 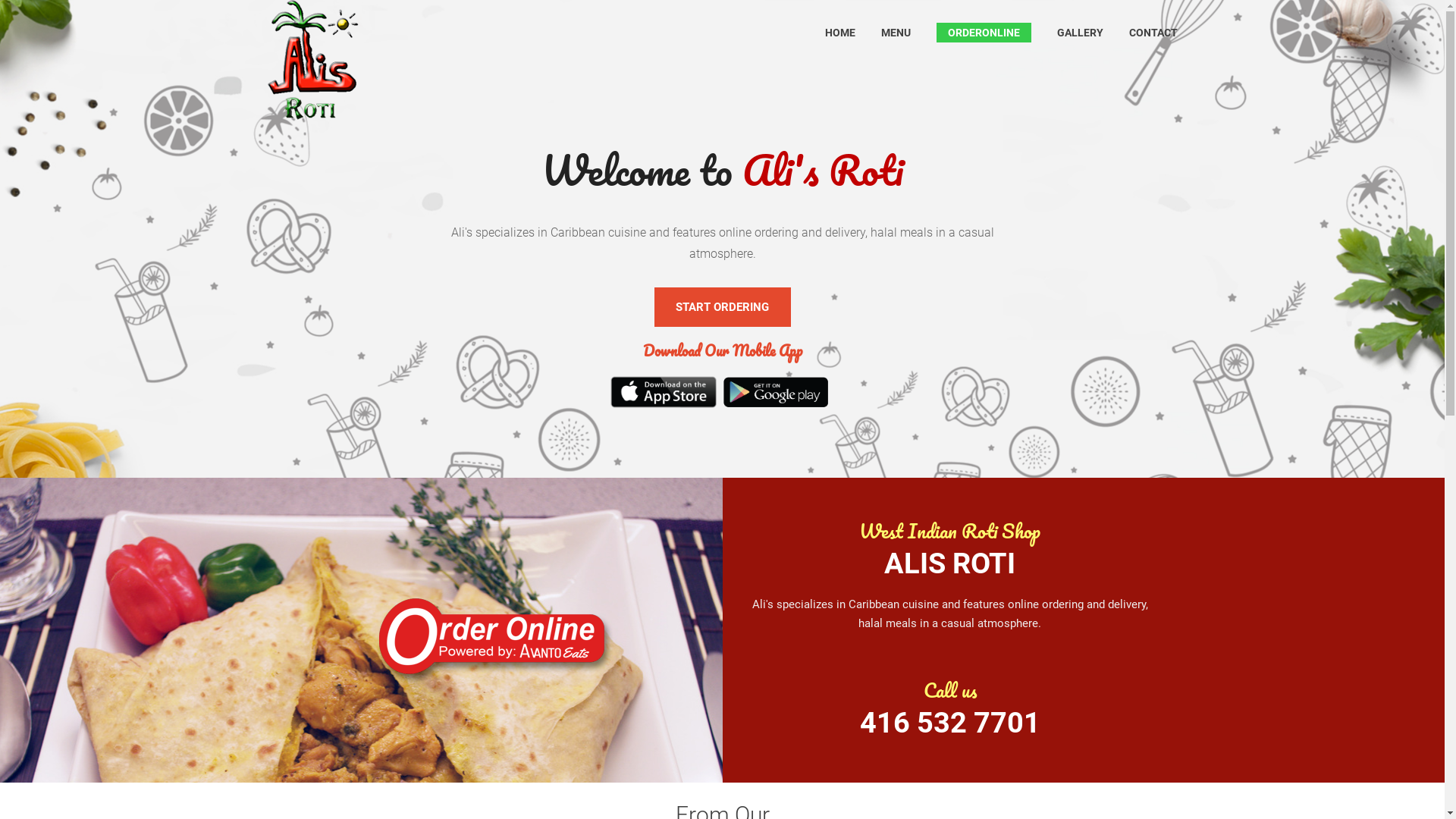 I want to click on 'MENU', so click(x=896, y=32).